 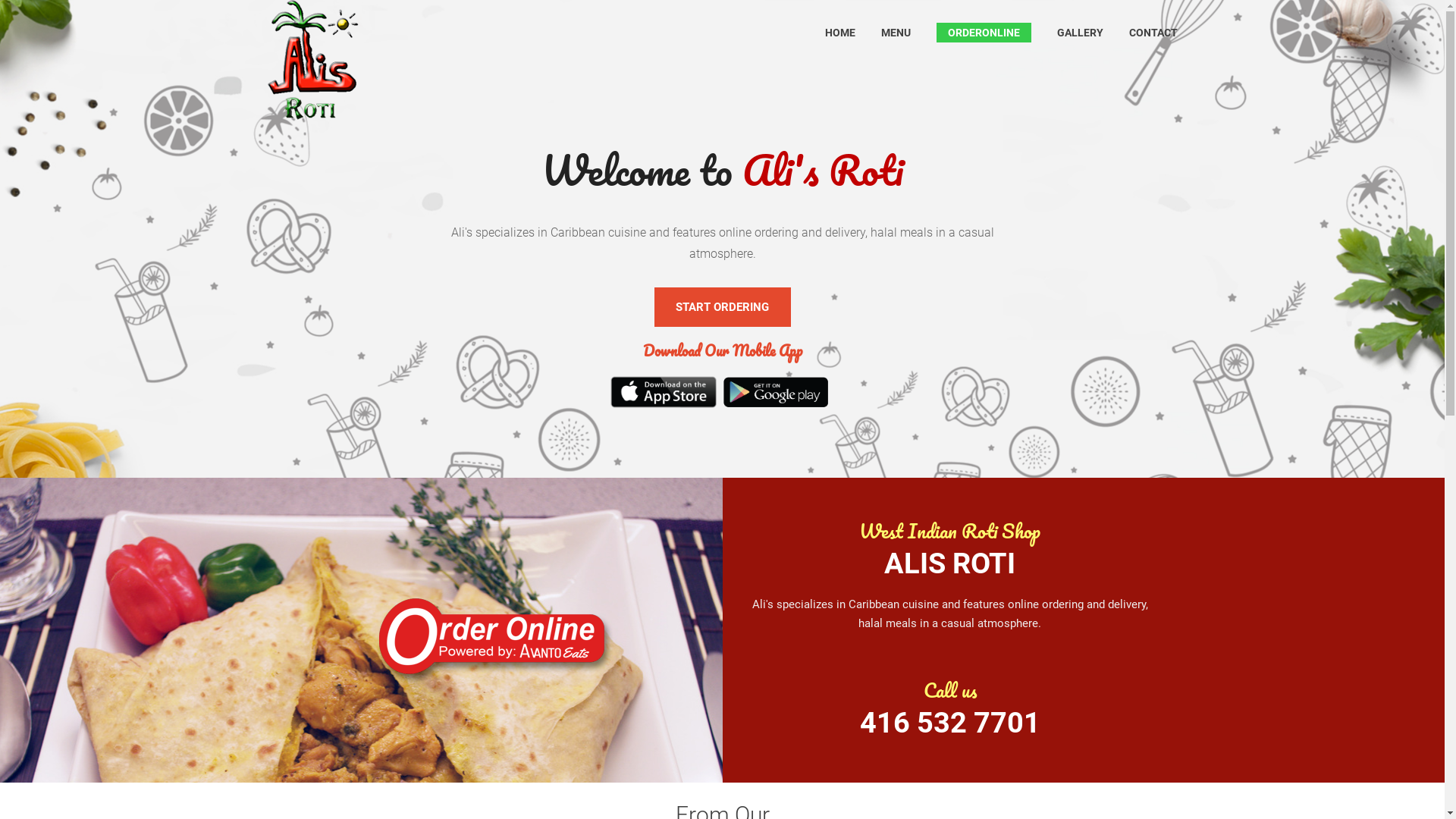 I want to click on 'MENU', so click(x=896, y=32).